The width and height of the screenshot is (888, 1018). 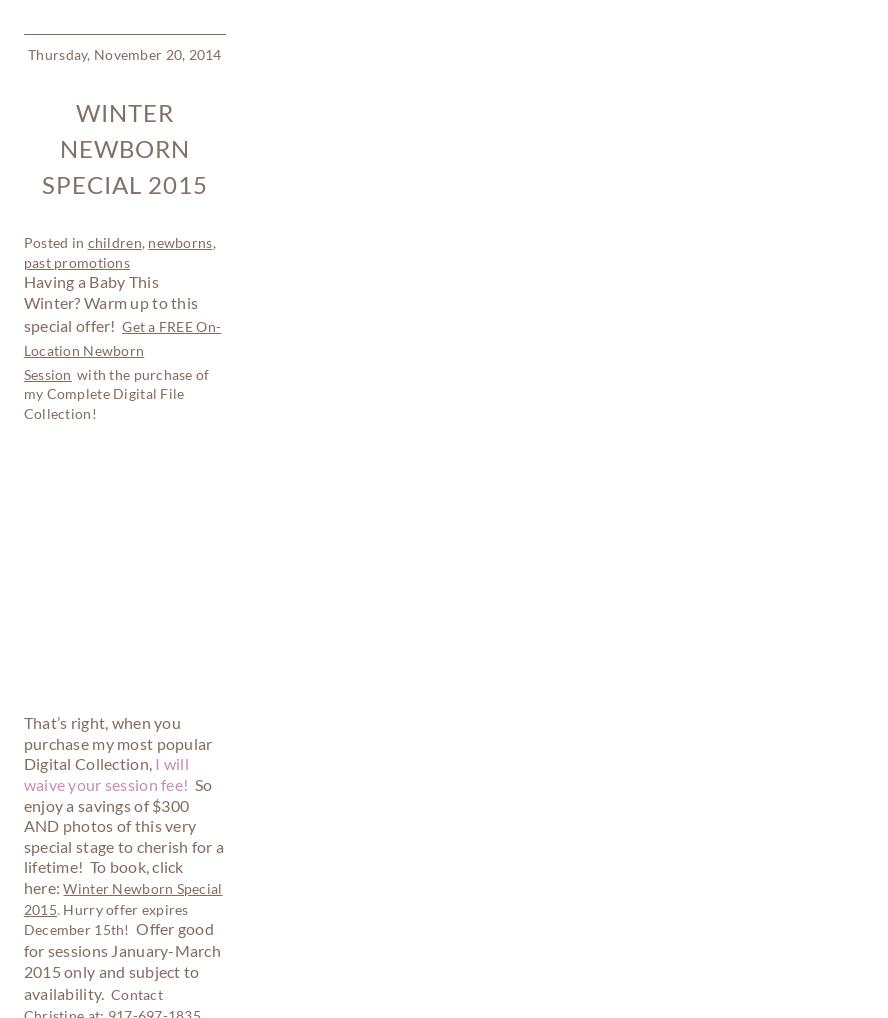 I want to click on 'Mother’s Day Special 2014 – Get a Free Canvas!', so click(x=31, y=675).